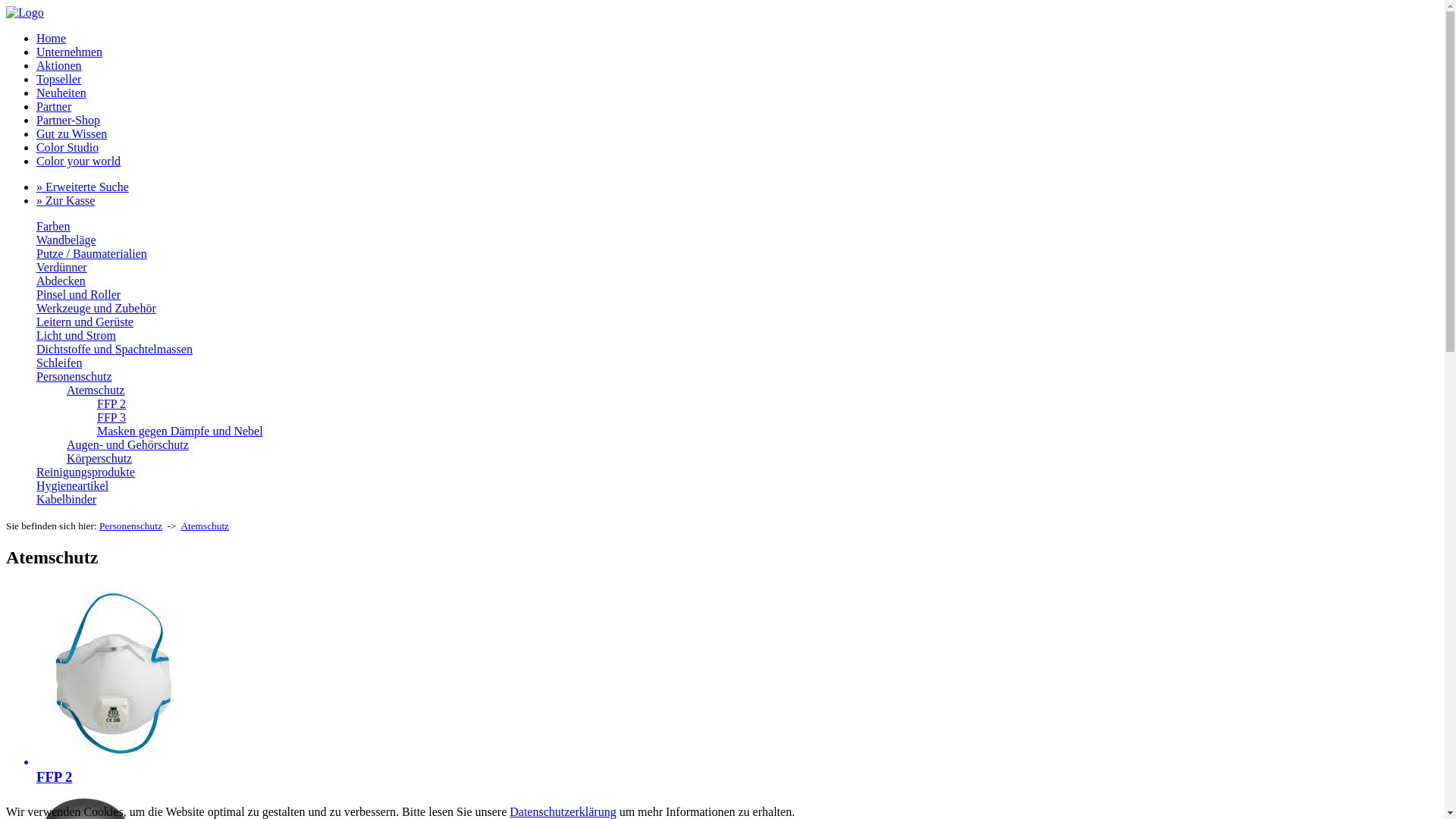 This screenshot has width=1456, height=819. Describe the element at coordinates (77, 161) in the screenshot. I see `'Color your world'` at that location.